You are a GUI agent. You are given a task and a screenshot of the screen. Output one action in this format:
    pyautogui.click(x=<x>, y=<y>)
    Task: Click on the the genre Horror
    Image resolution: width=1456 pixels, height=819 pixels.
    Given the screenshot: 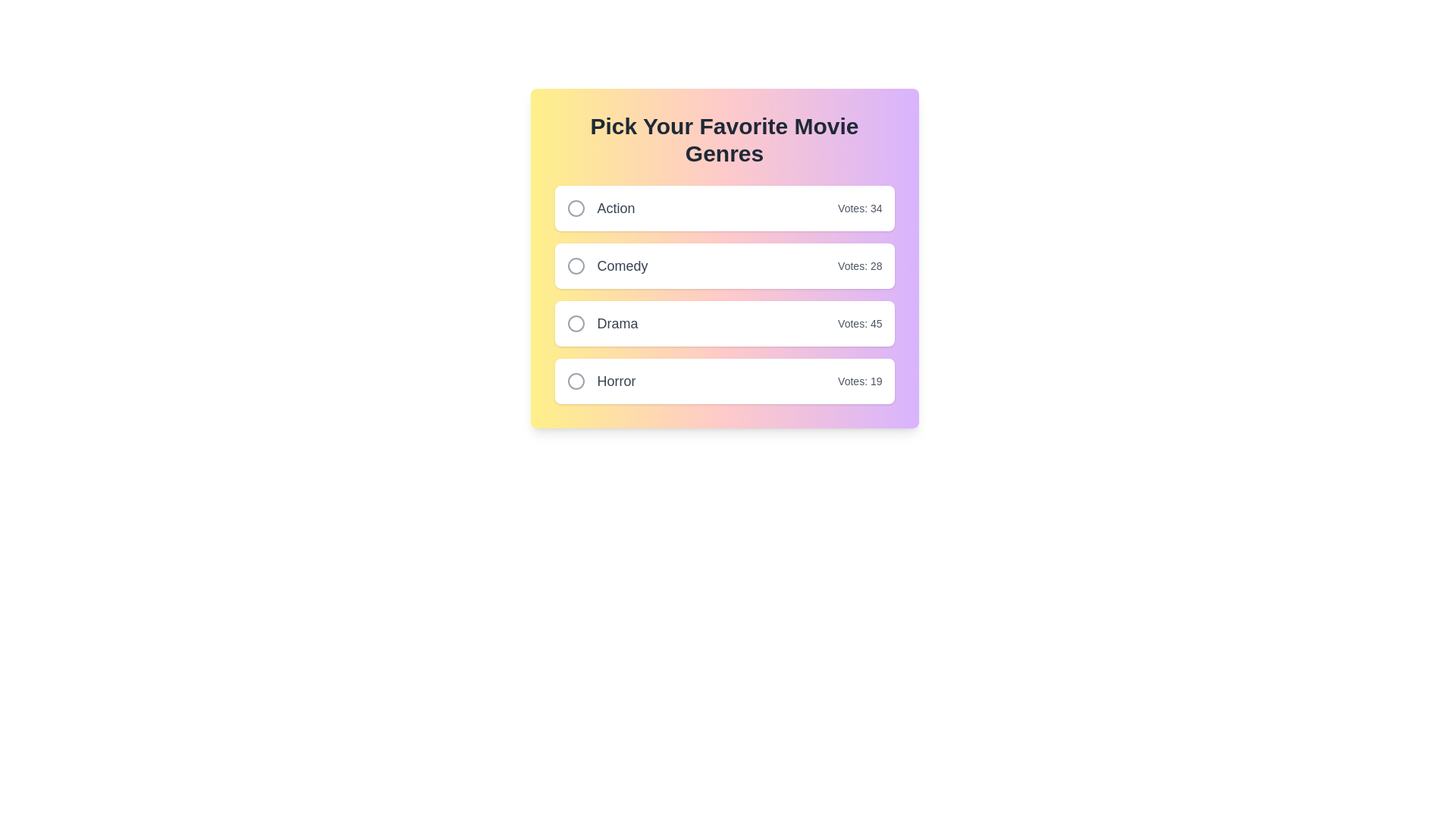 What is the action you would take?
    pyautogui.click(x=575, y=380)
    